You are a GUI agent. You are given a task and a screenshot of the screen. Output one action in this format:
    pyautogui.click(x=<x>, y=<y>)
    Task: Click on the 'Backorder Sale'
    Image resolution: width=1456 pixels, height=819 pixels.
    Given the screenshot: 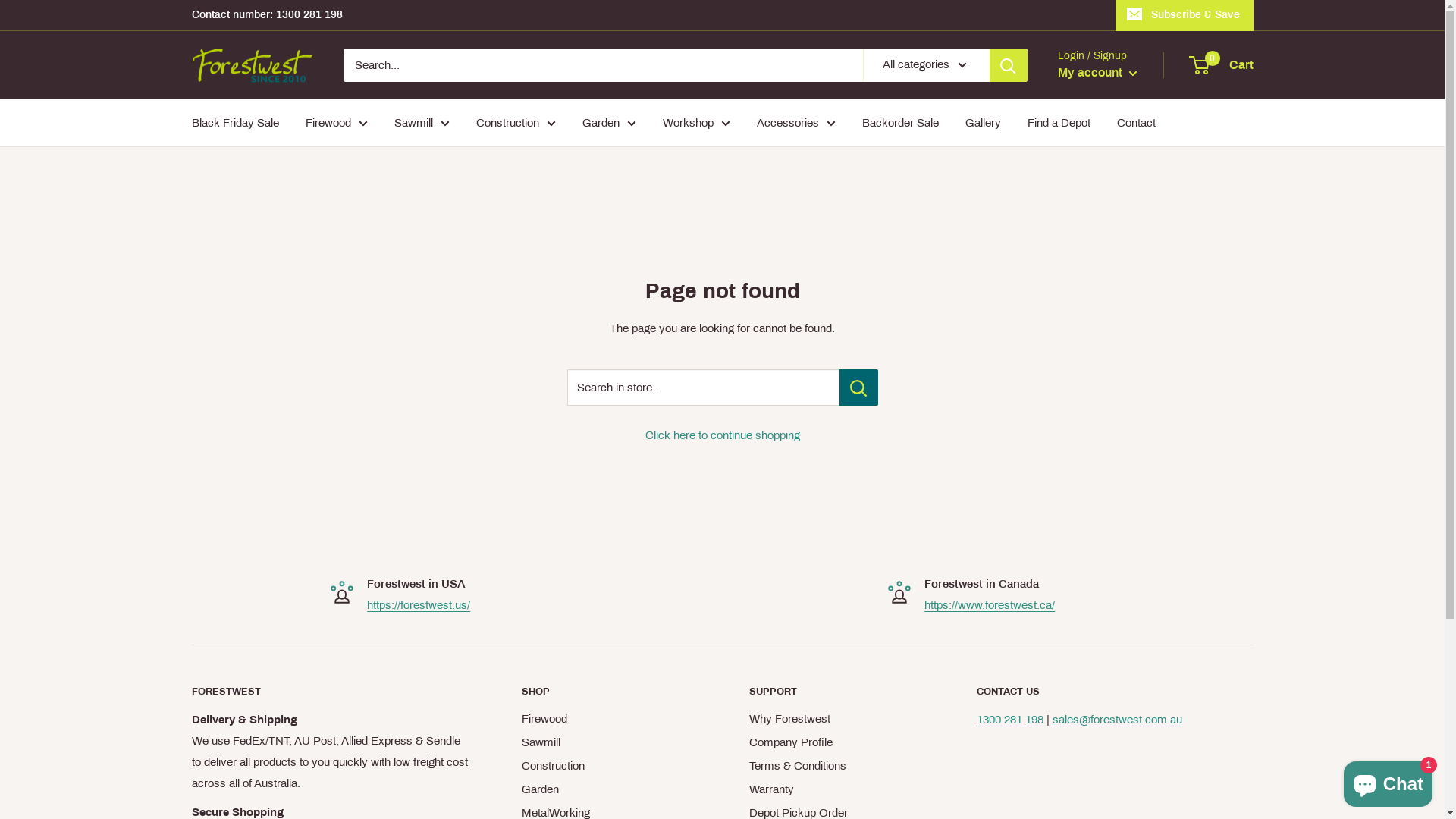 What is the action you would take?
    pyautogui.click(x=899, y=122)
    